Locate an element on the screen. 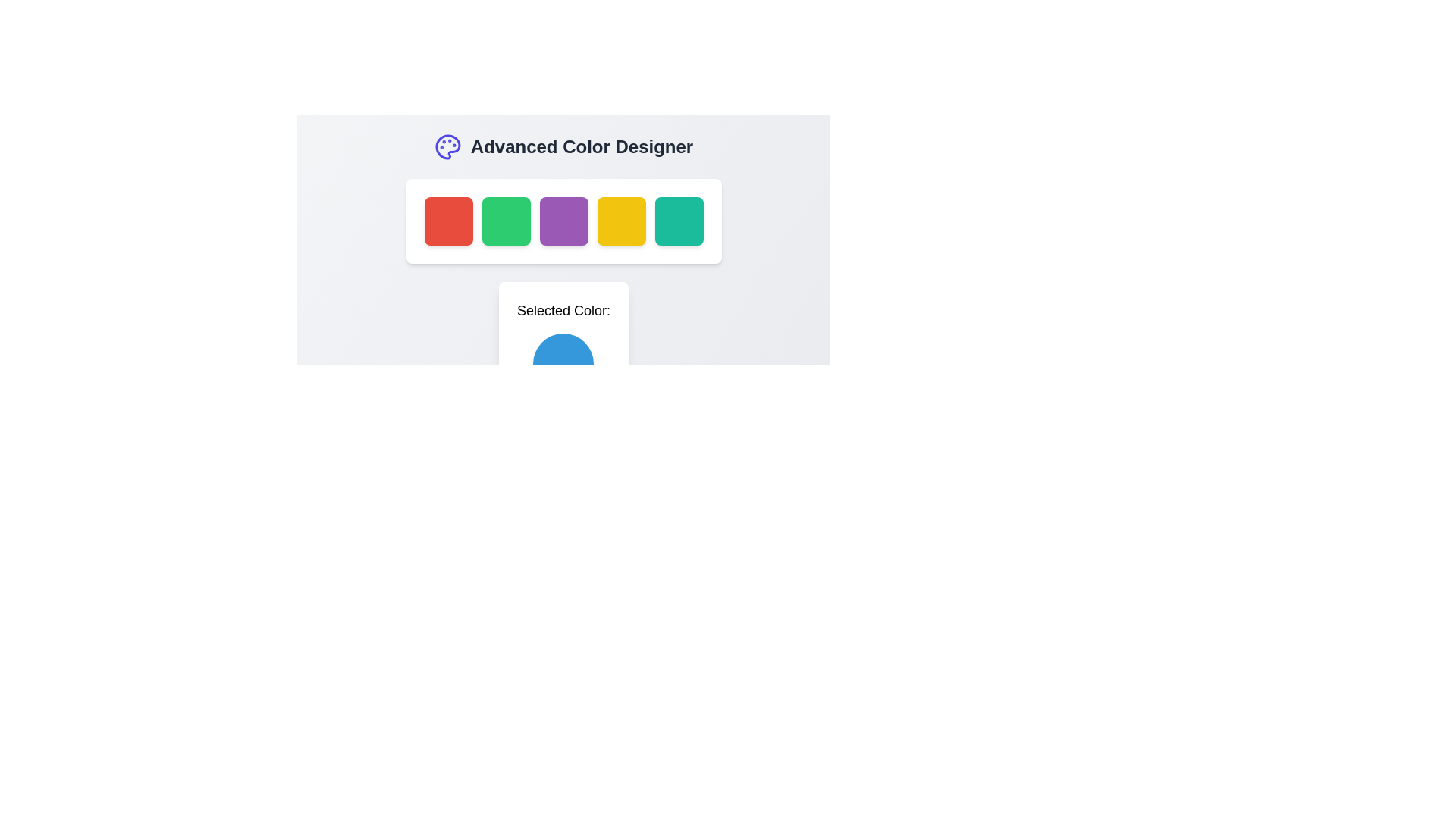  the Text Label that serves as a title or header for the color selection section, located immediately to the right of a purple palette icon is located at coordinates (581, 146).